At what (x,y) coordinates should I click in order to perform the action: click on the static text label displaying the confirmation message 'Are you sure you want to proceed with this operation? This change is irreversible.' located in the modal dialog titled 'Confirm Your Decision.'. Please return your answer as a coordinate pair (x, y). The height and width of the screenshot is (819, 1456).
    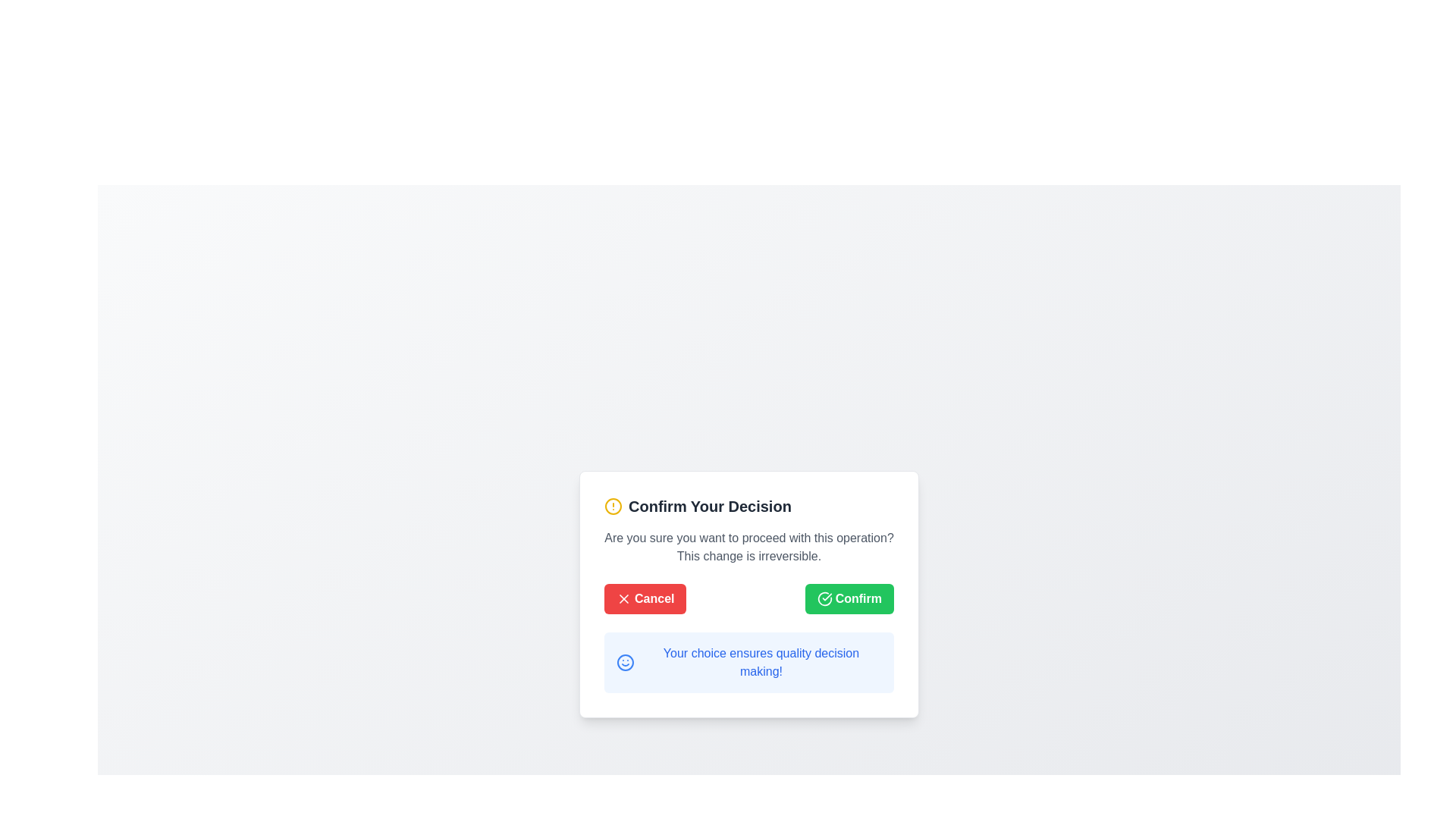
    Looking at the image, I should click on (749, 547).